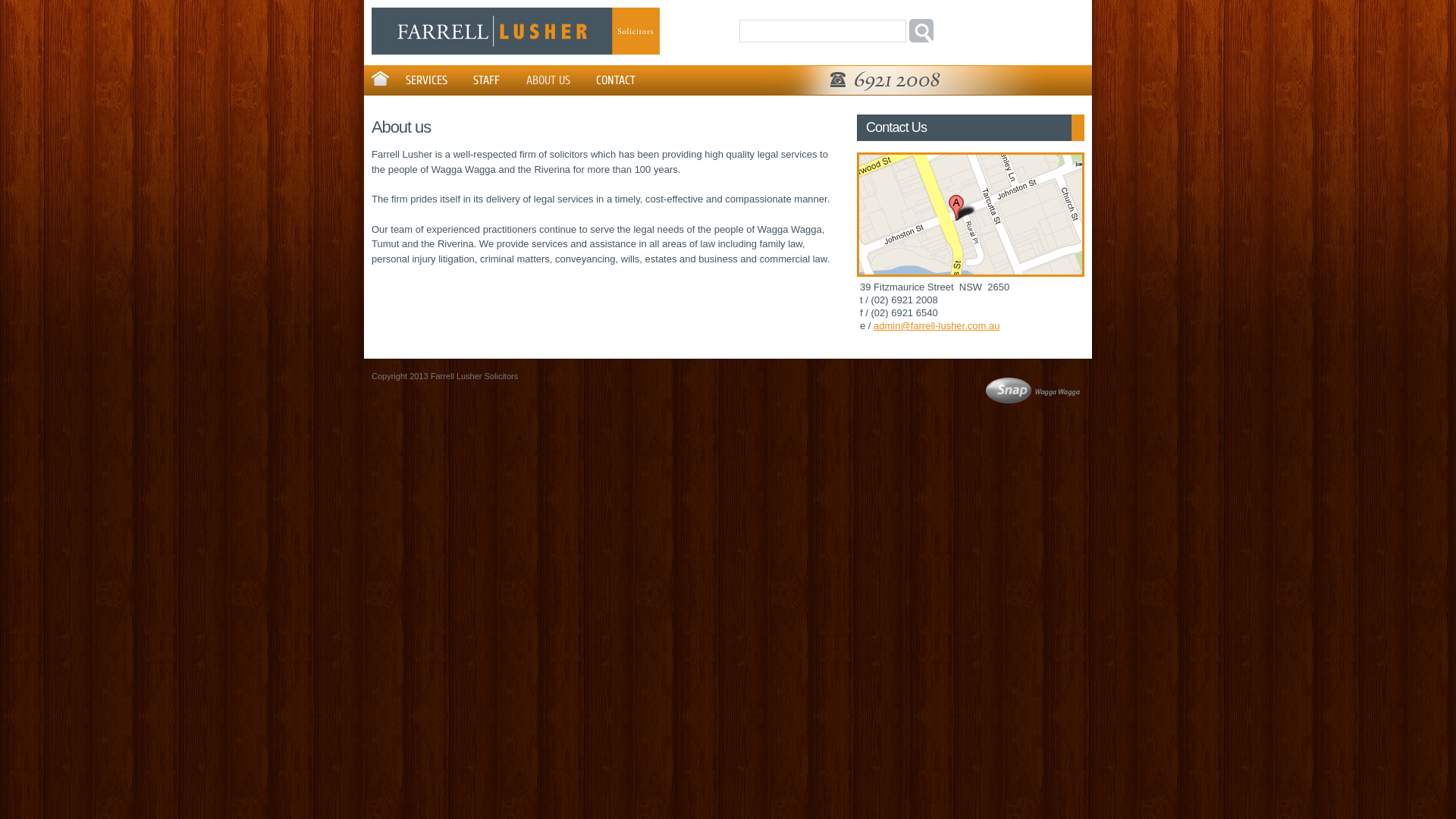  What do you see at coordinates (425, 80) in the screenshot?
I see `'SERVICES'` at bounding box center [425, 80].